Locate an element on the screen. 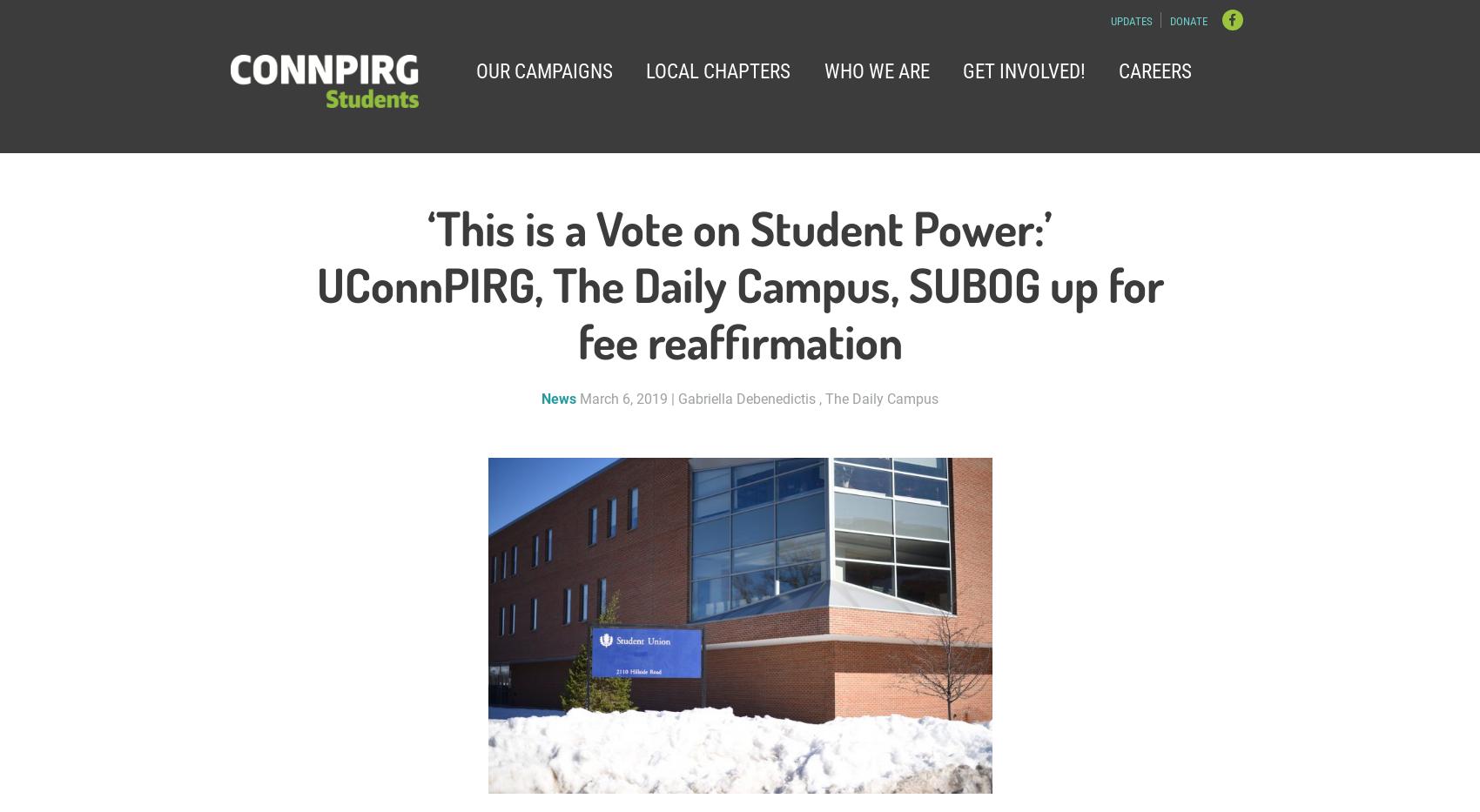 Image resolution: width=1480 pixels, height=812 pixels. 'Careers' is located at coordinates (1119, 70).